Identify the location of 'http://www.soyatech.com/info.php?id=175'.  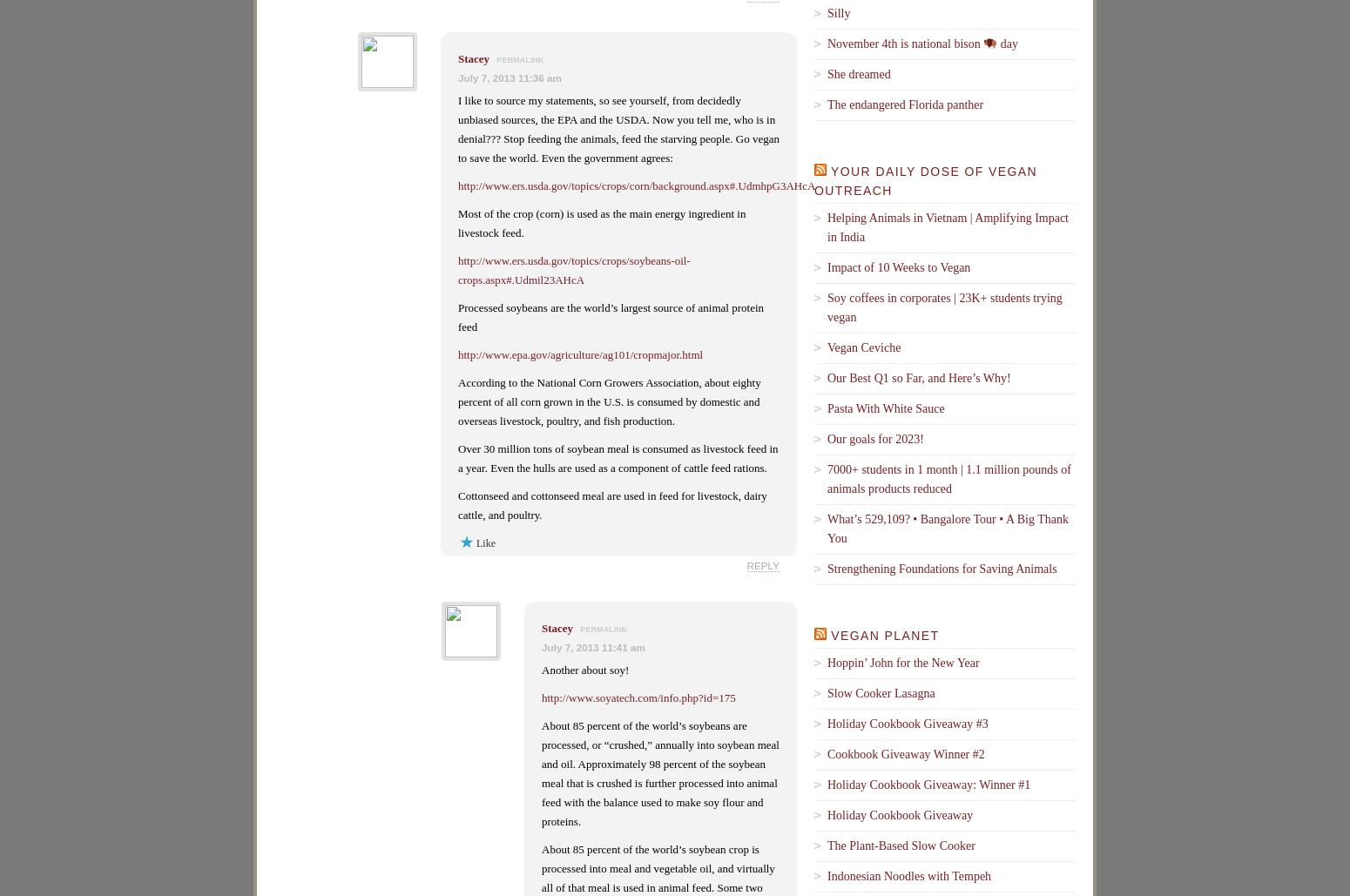
(541, 697).